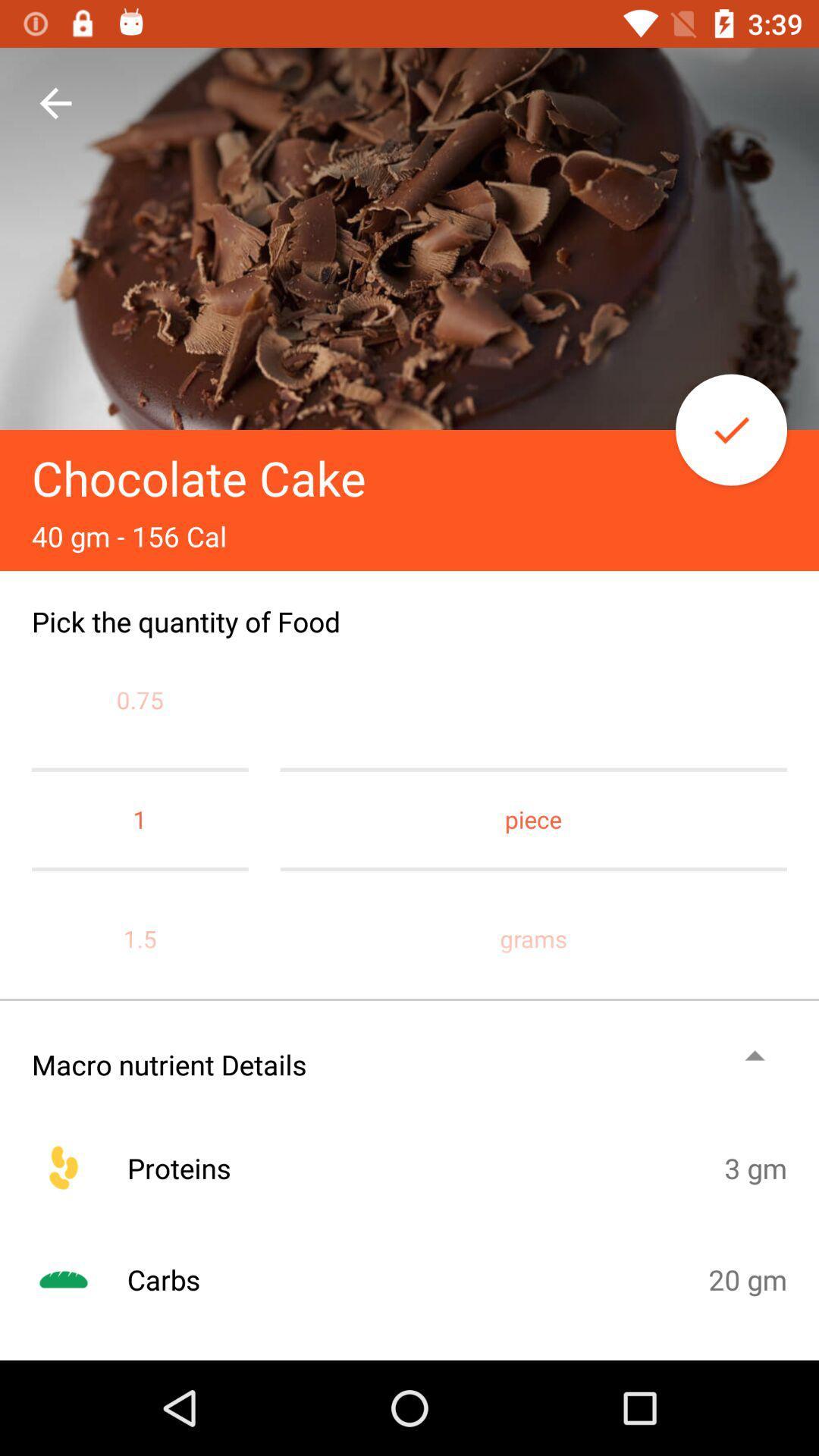 This screenshot has width=819, height=1456. Describe the element at coordinates (730, 428) in the screenshot. I see `the check icon` at that location.